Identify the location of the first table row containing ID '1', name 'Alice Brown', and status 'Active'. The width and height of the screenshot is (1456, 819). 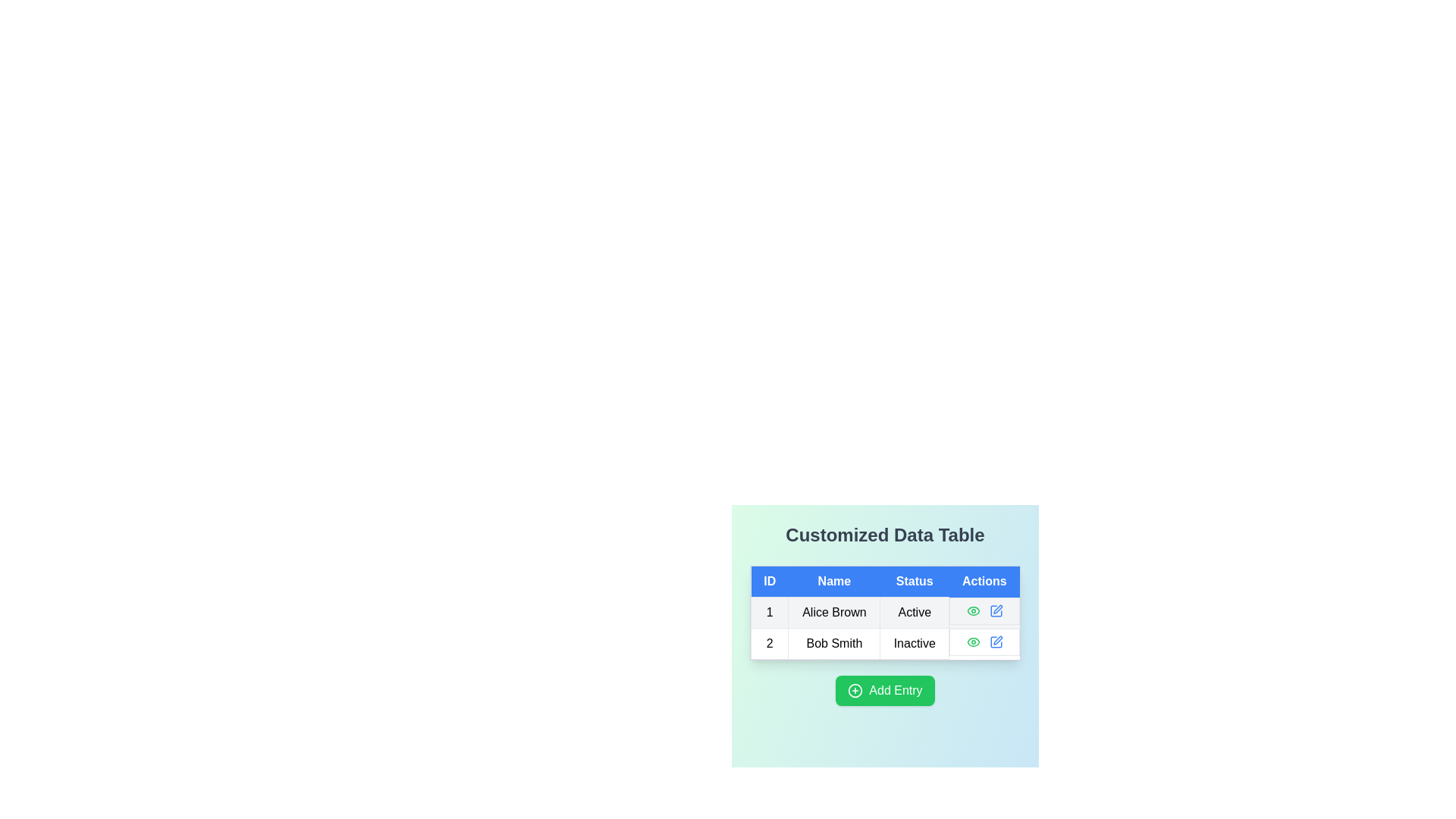
(885, 611).